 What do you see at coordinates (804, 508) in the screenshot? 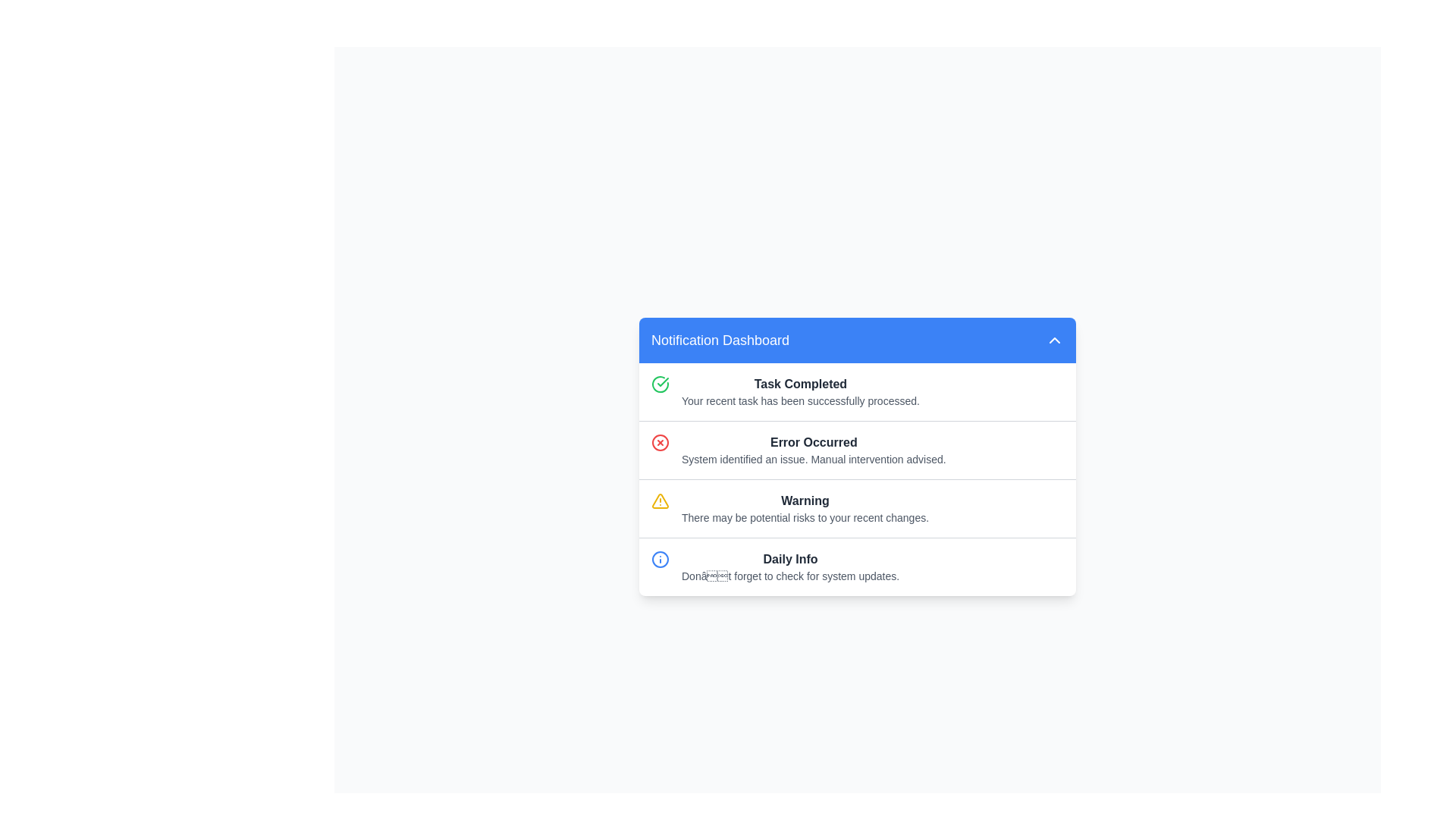
I see `warning message displayed in the notification dashboard, which alerts users about potential risks related to their recent changes. This warning notification is positioned below the 'Error Occurred' message and above the 'Daily Info' message` at bounding box center [804, 508].